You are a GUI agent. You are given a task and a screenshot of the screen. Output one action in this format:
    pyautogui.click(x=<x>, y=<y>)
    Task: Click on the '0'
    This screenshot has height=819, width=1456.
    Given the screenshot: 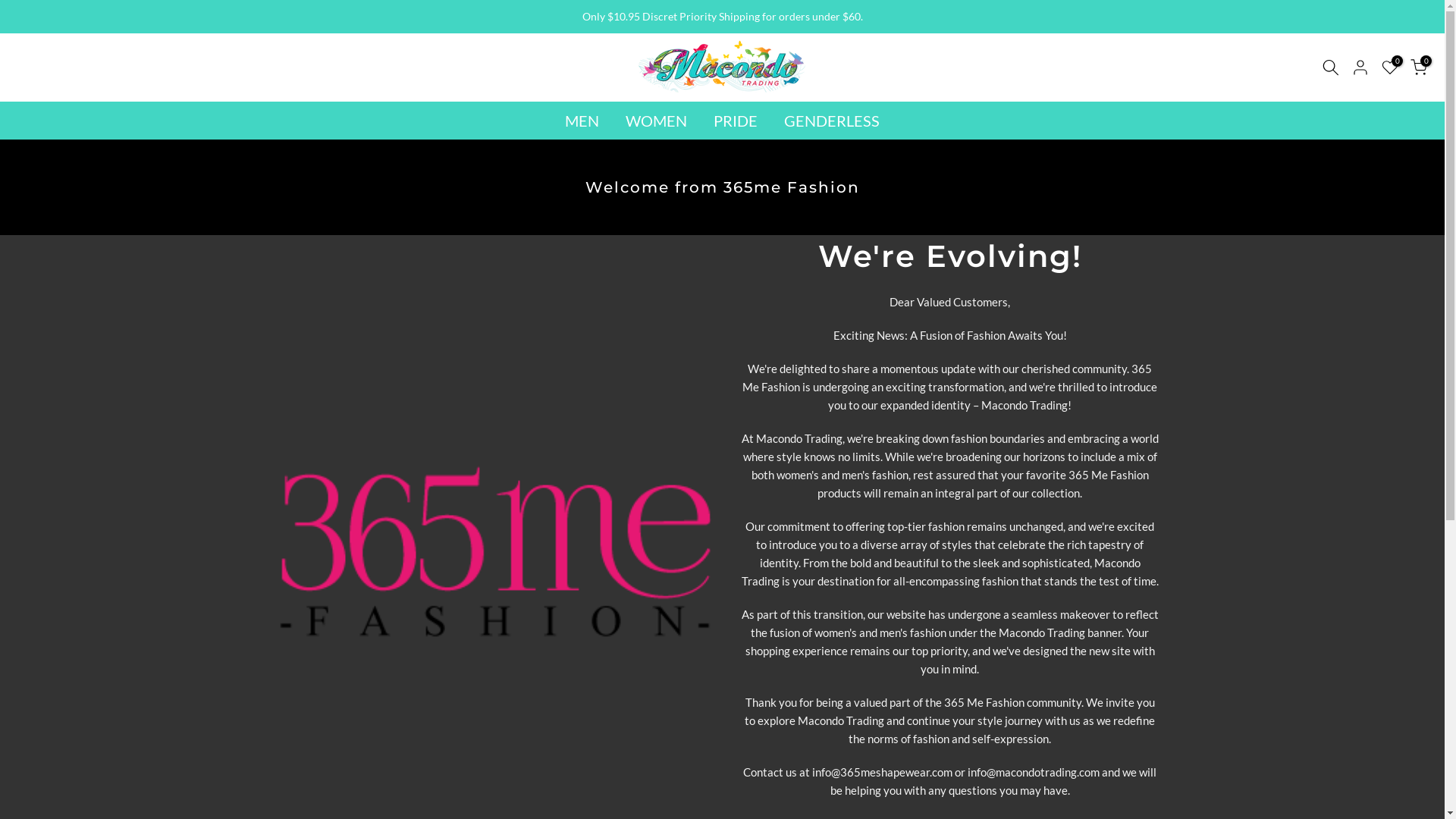 What is the action you would take?
    pyautogui.click(x=1418, y=66)
    